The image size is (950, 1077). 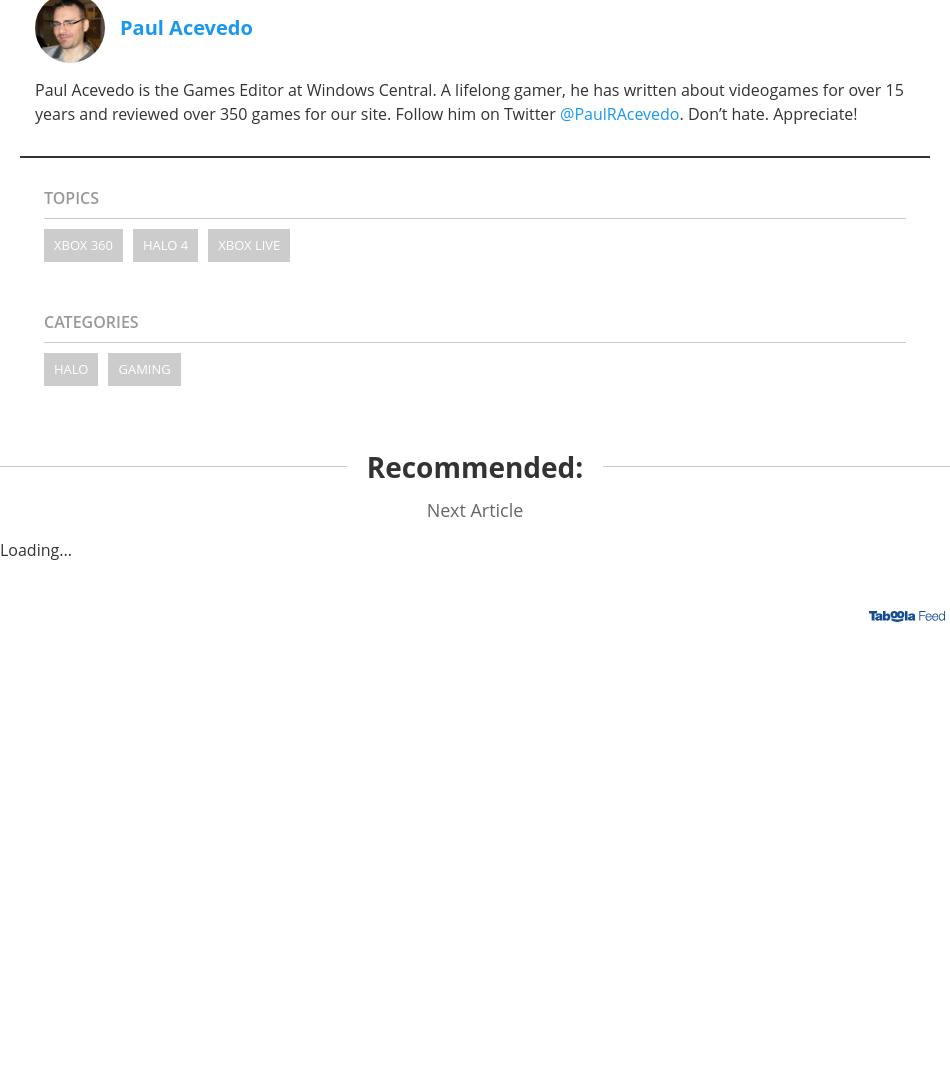 I want to click on 'CATEGORIES', so click(x=91, y=321).